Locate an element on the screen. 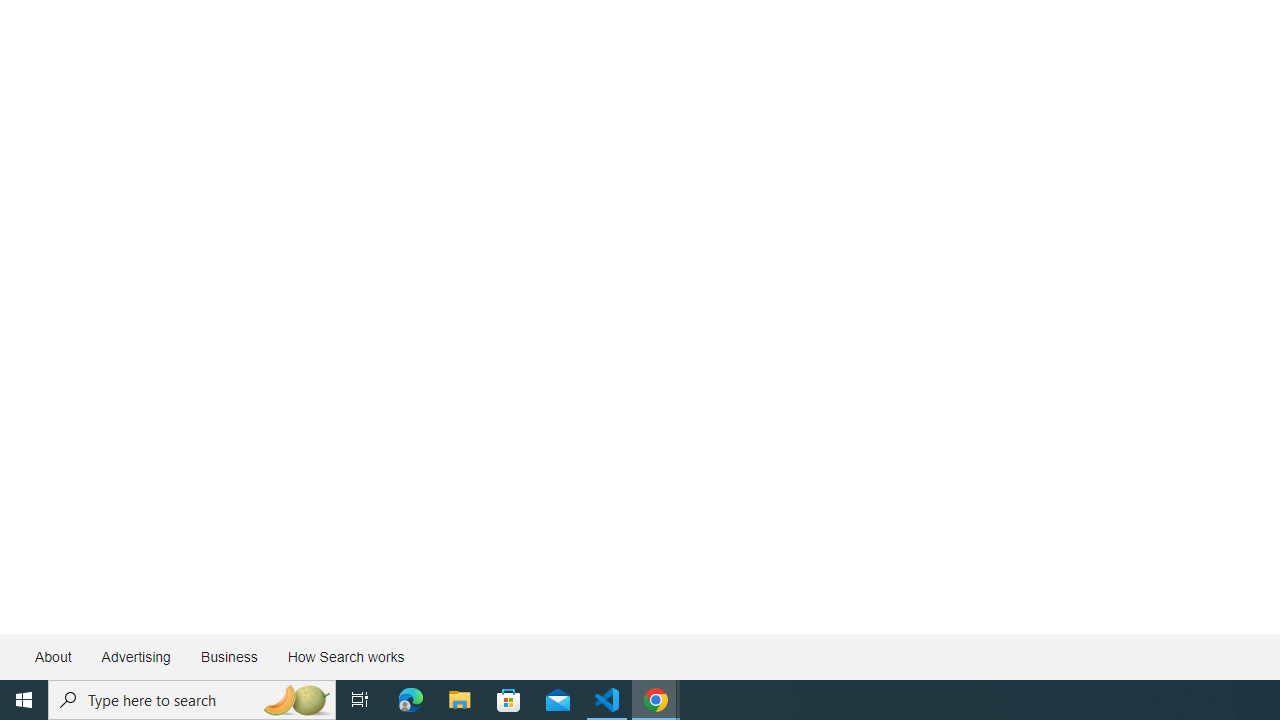 The width and height of the screenshot is (1280, 720). 'How Search works' is located at coordinates (345, 657).